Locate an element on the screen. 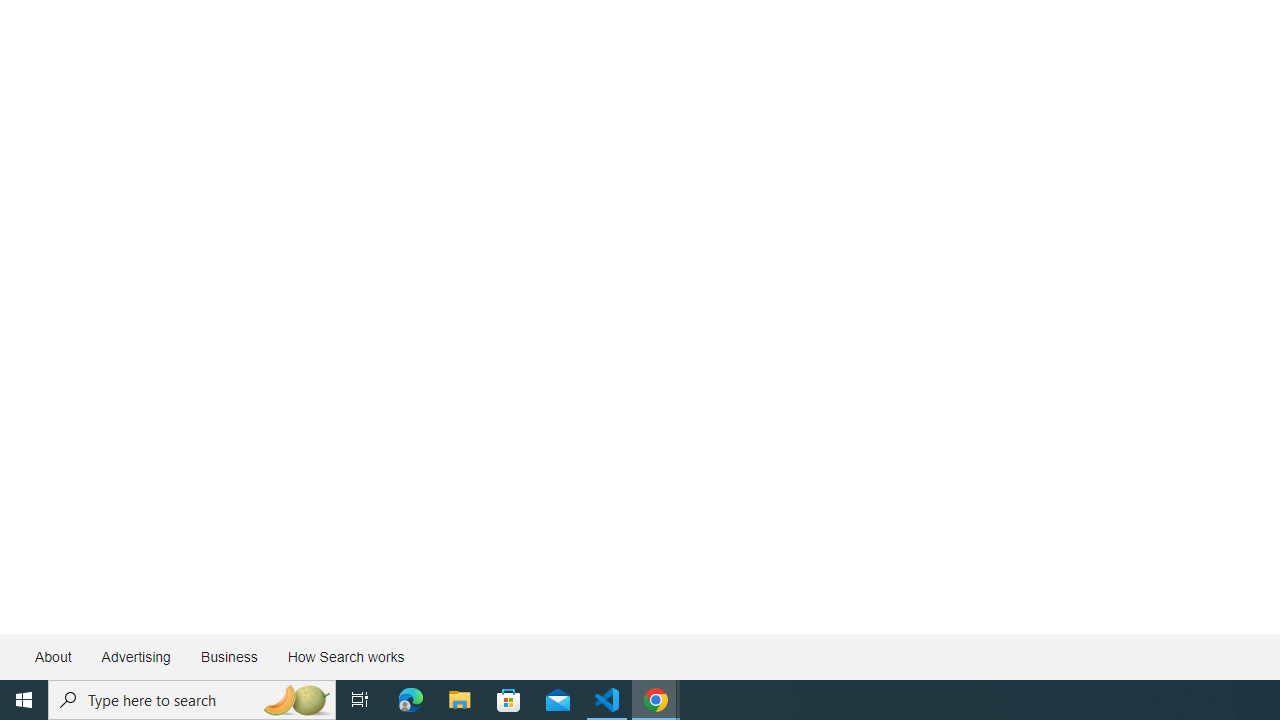 The width and height of the screenshot is (1280, 720). 'How Search works' is located at coordinates (345, 657).